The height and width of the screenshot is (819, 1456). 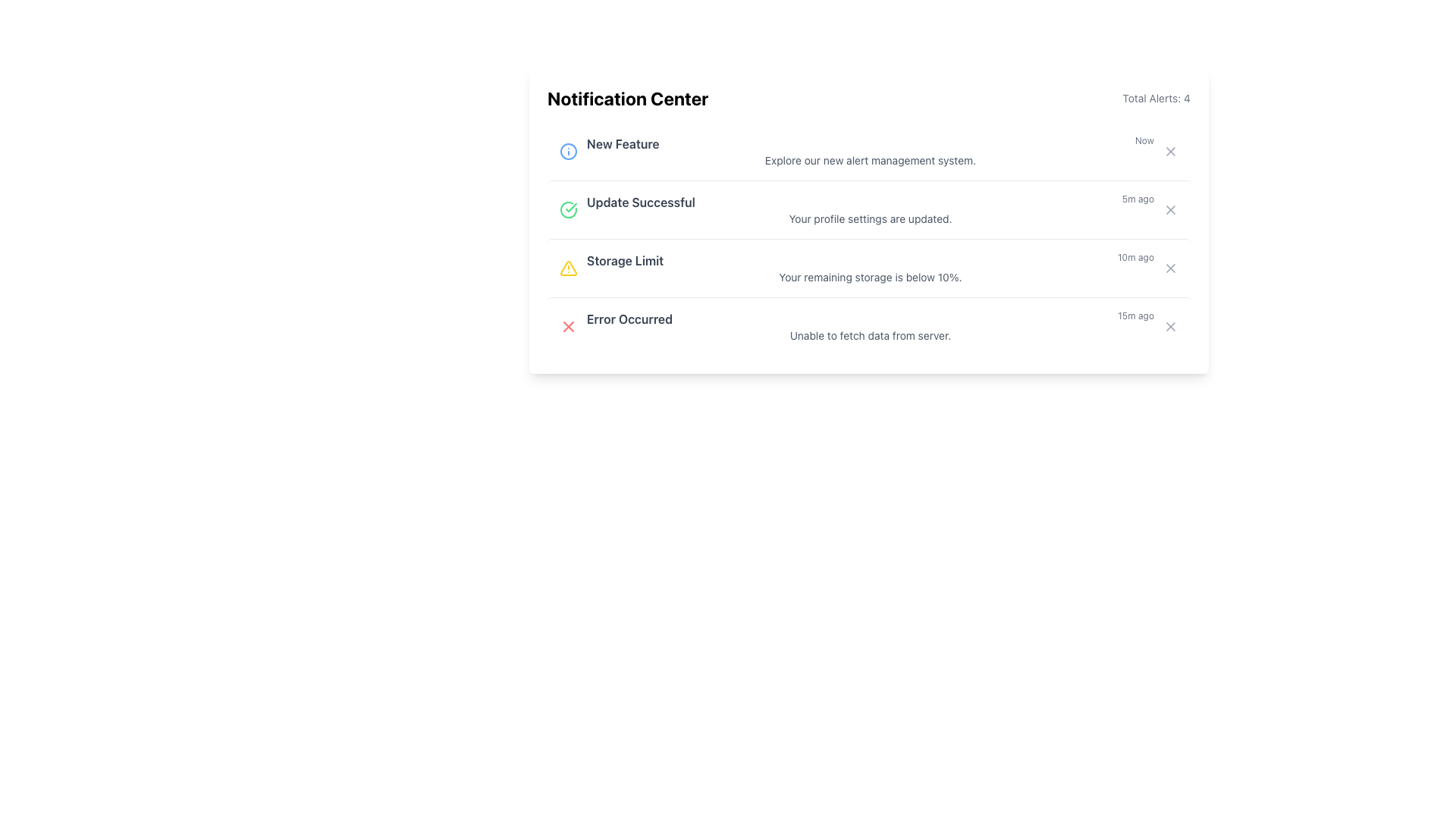 What do you see at coordinates (1170, 152) in the screenshot?
I see `the close icon located in the top-right corner of the alert notification interface, adjacent to the label 'Now'` at bounding box center [1170, 152].